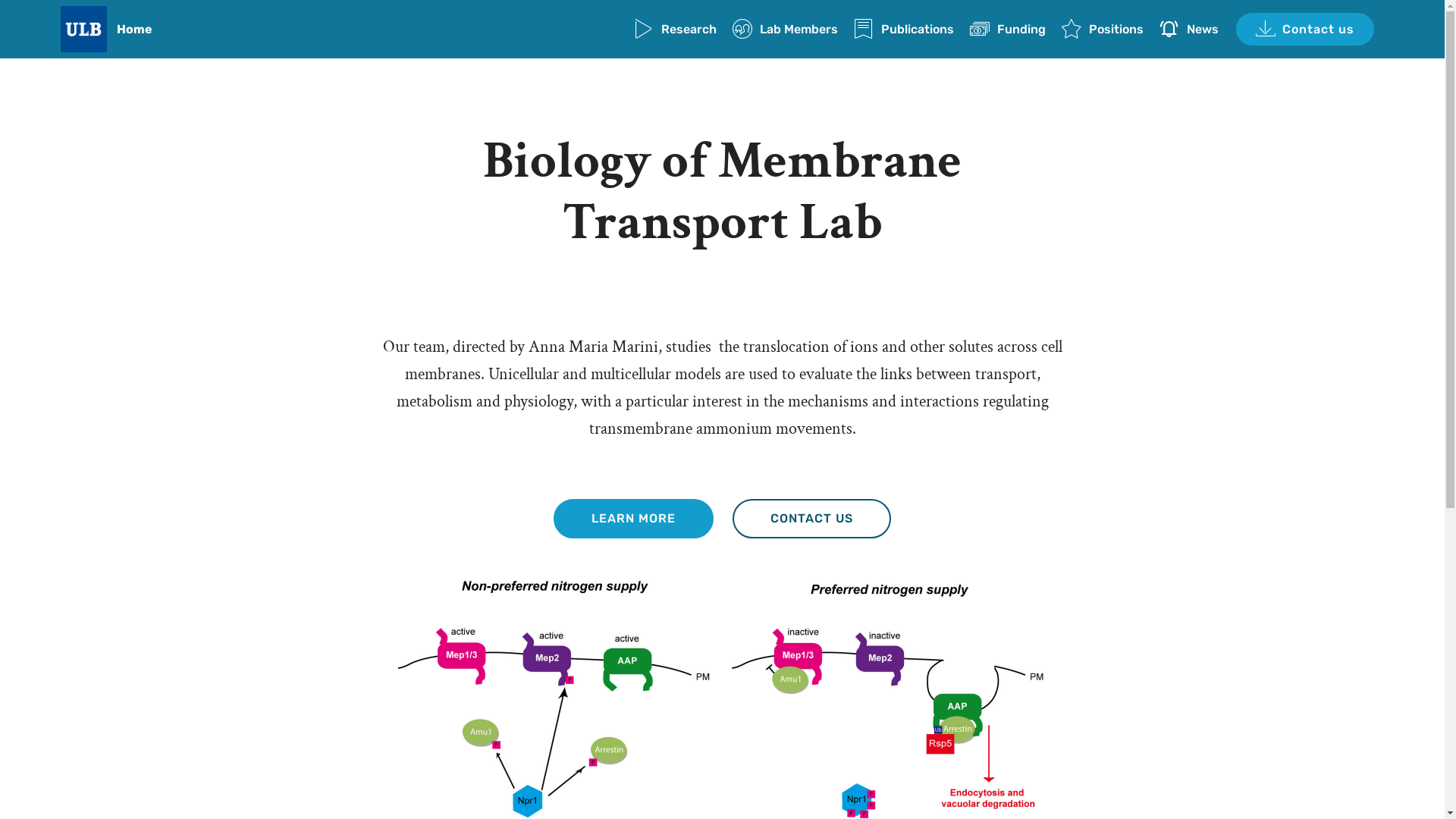 Image resolution: width=1456 pixels, height=819 pixels. Describe the element at coordinates (1304, 29) in the screenshot. I see `'Contact us'` at that location.